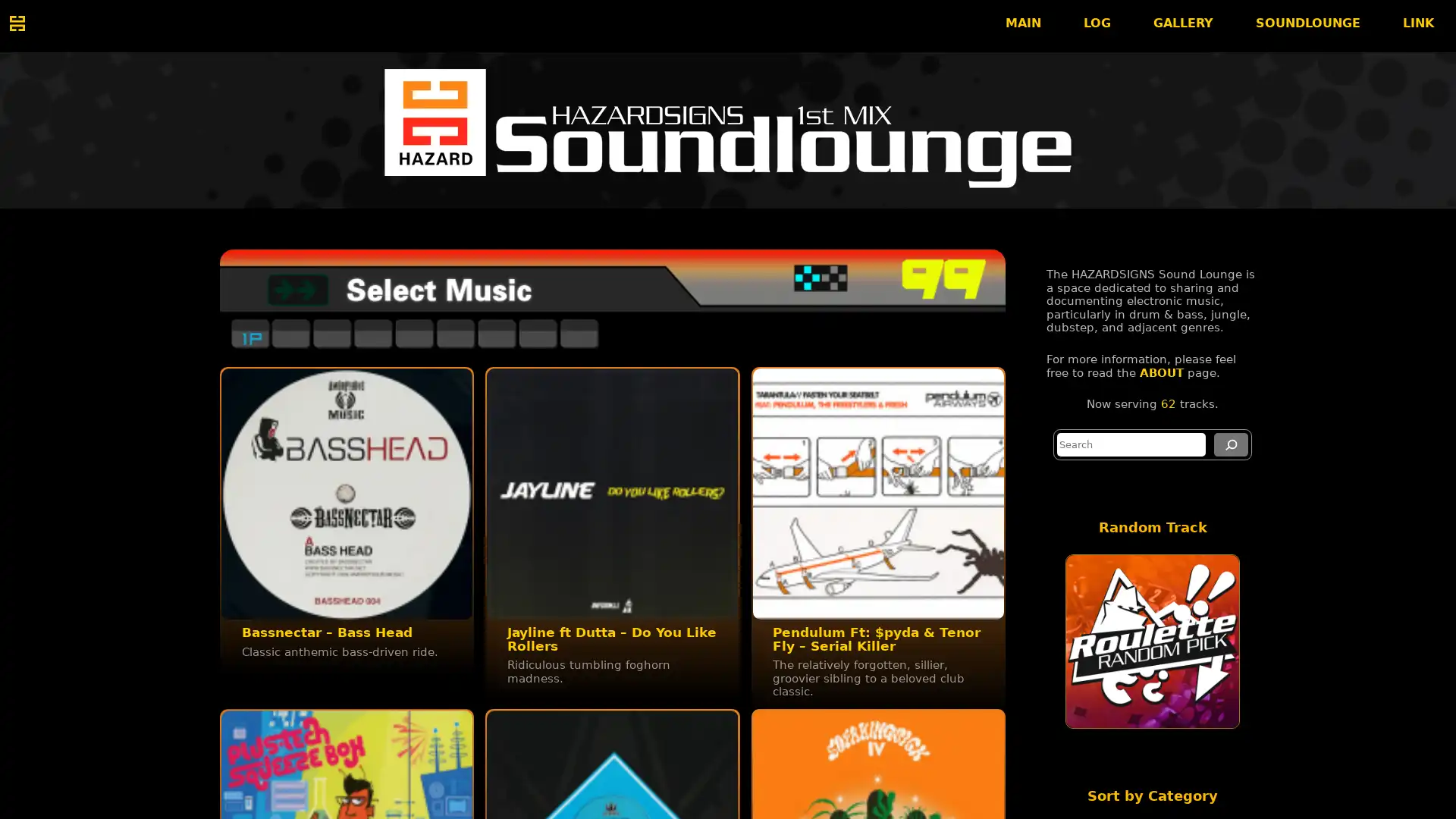 Image resolution: width=1456 pixels, height=819 pixels. What do you see at coordinates (1231, 444) in the screenshot?
I see `Search` at bounding box center [1231, 444].